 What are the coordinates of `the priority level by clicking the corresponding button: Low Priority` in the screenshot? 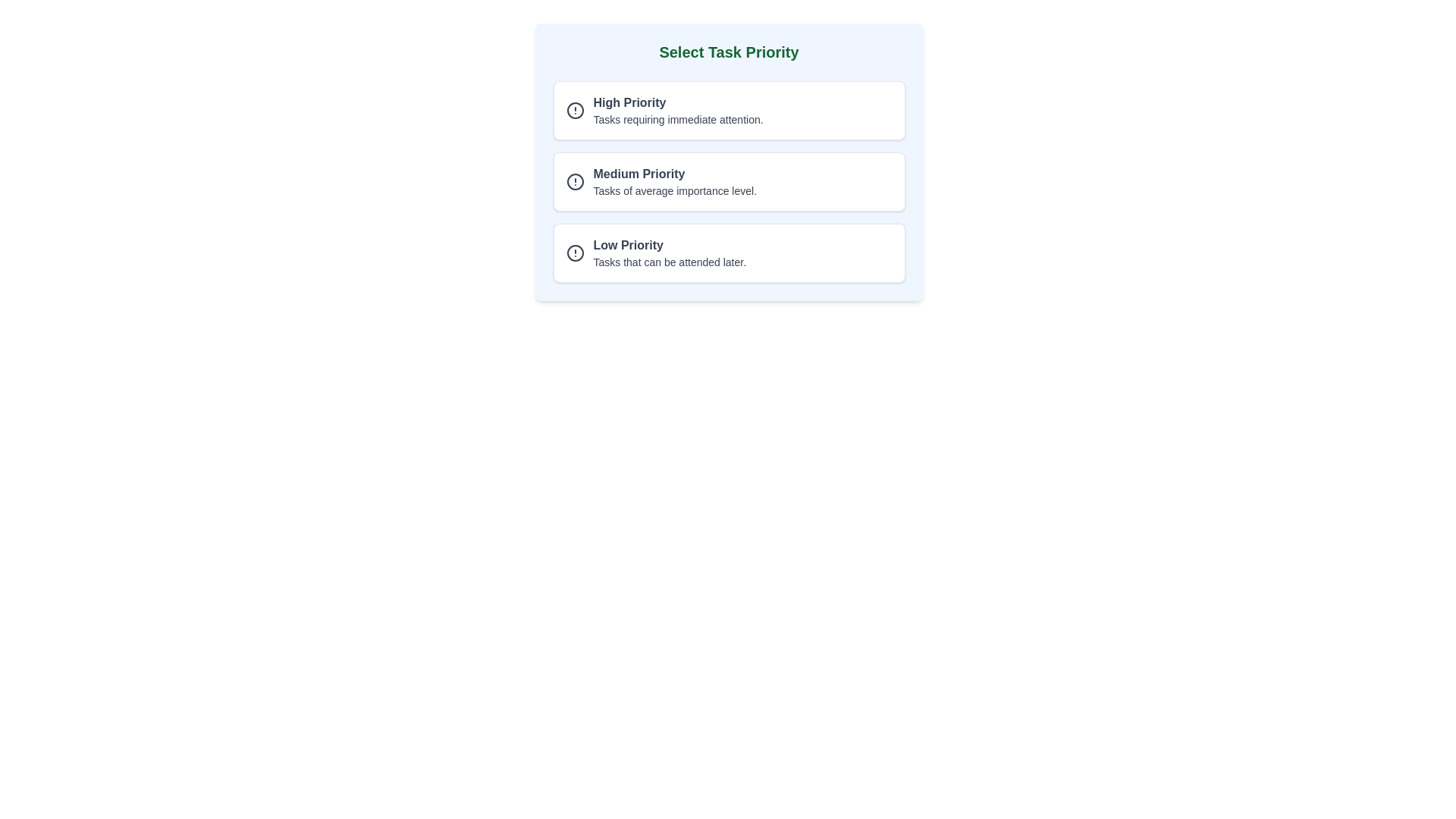 It's located at (729, 253).